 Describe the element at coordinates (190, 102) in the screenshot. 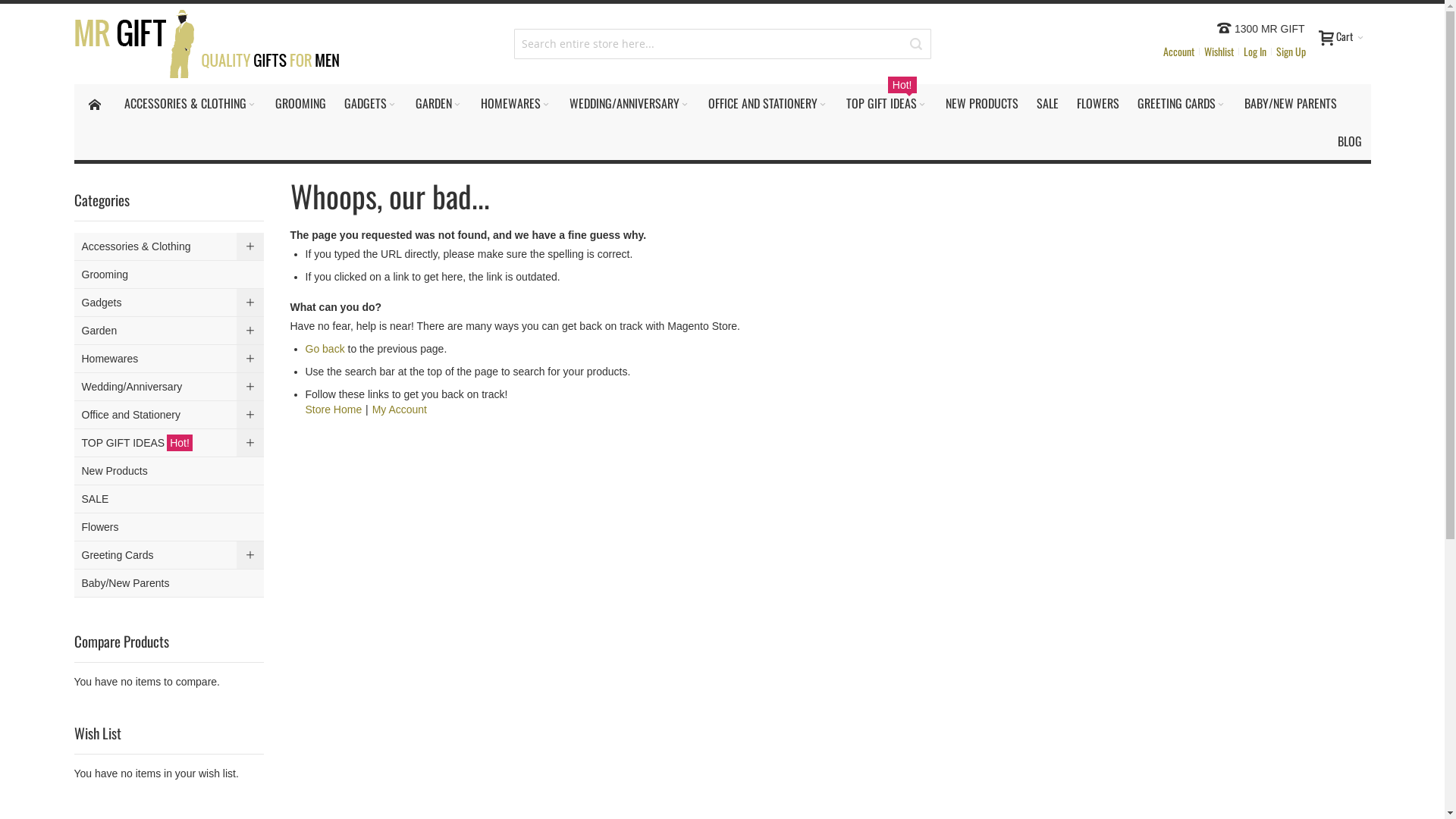

I see `'ACCESSORIES & CLOTHING'` at that location.